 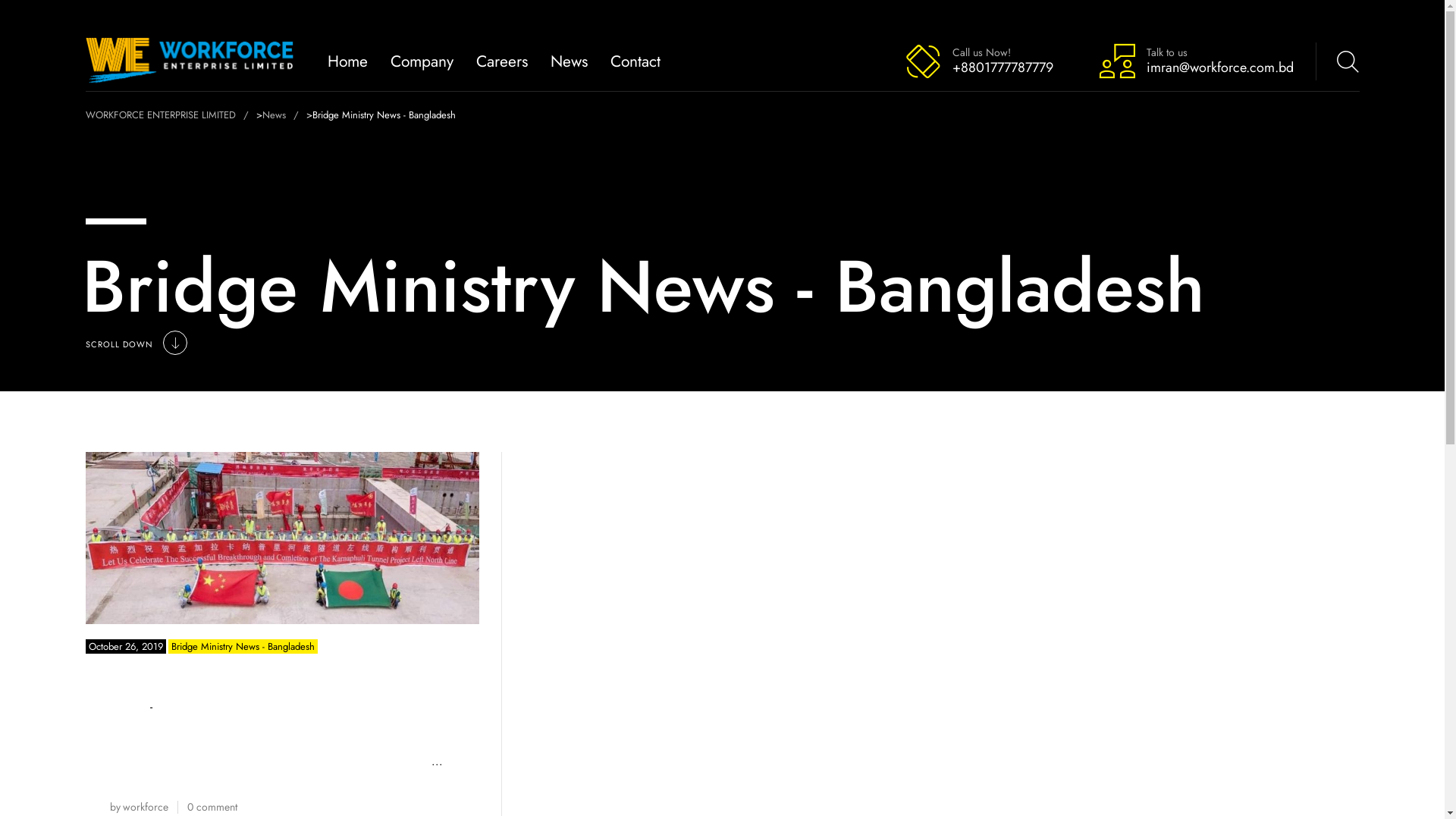 What do you see at coordinates (1194, 60) in the screenshot?
I see `'Talk to us` at bounding box center [1194, 60].